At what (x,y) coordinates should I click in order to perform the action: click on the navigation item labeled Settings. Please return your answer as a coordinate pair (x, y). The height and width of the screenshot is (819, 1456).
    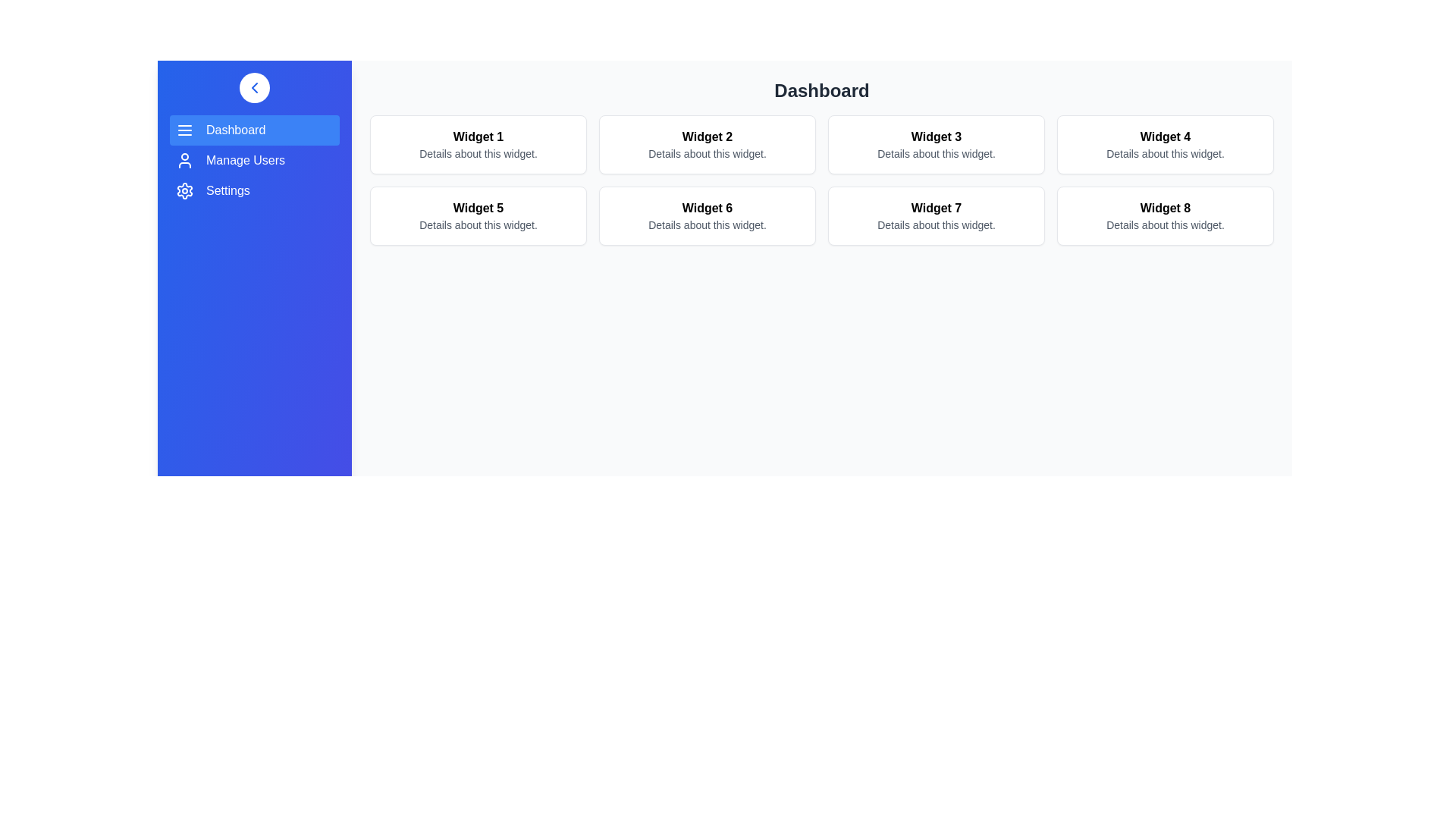
    Looking at the image, I should click on (255, 190).